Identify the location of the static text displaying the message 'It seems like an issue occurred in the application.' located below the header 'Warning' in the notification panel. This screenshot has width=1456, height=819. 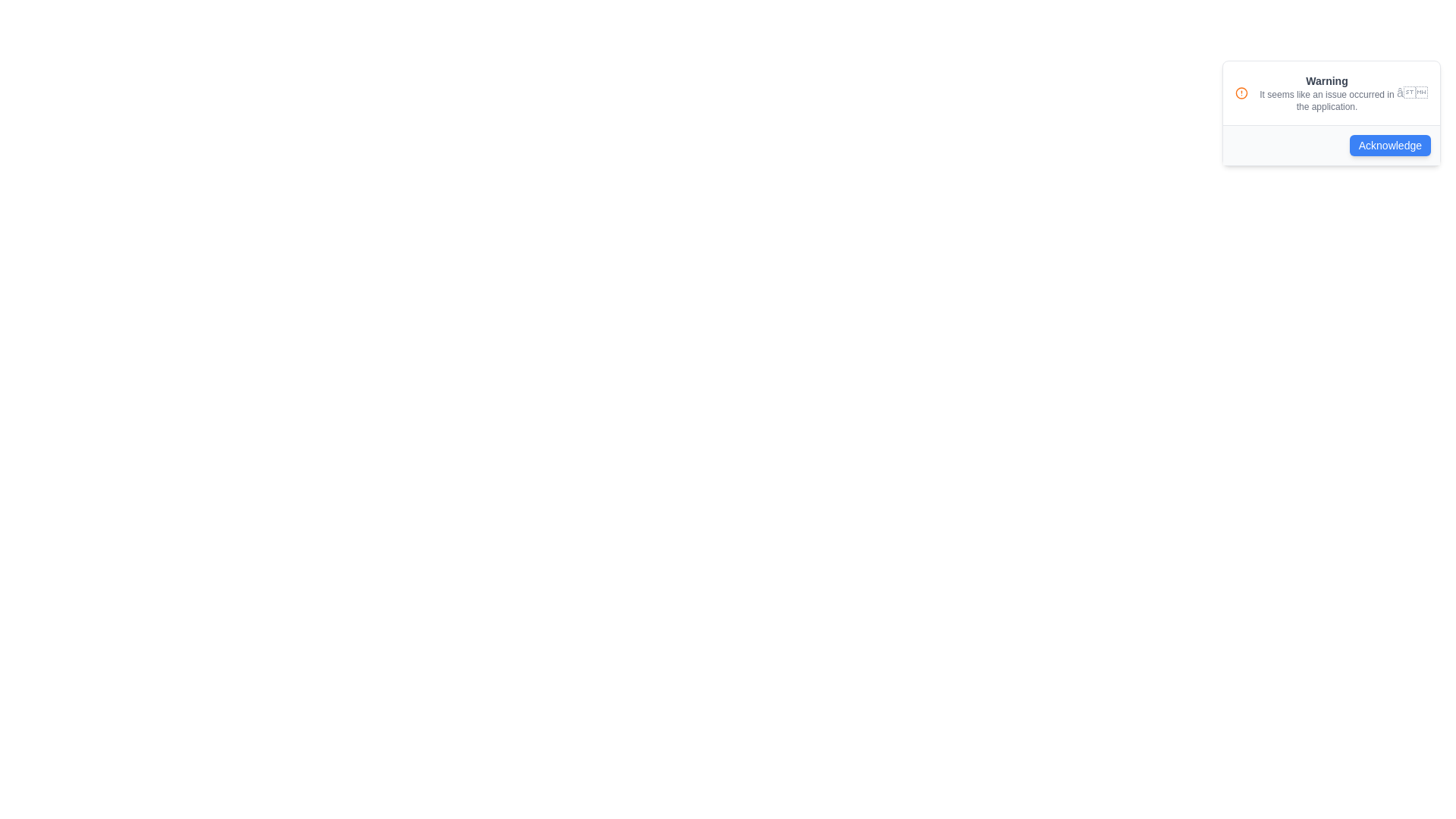
(1326, 100).